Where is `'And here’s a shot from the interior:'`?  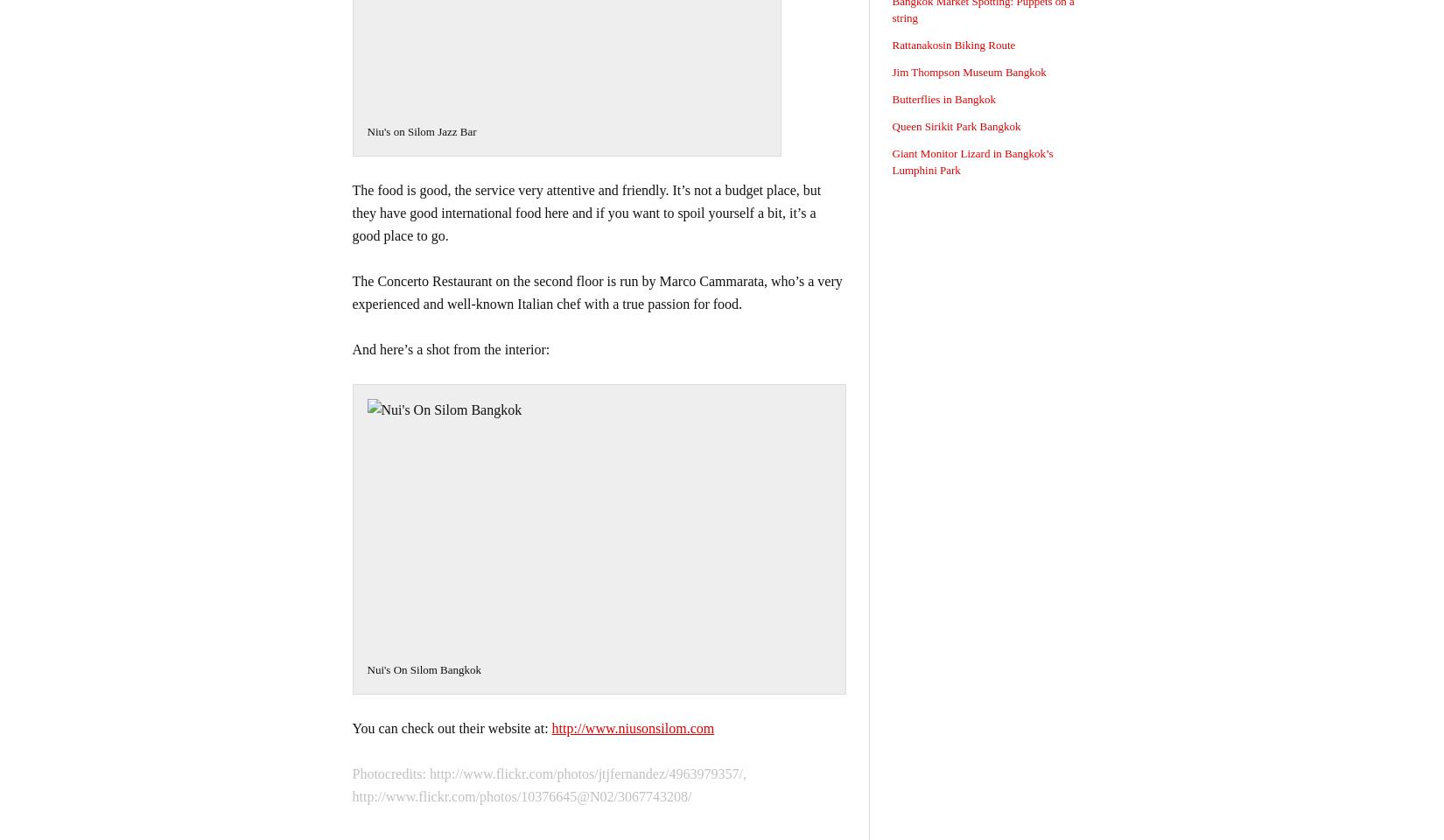 'And here’s a shot from the interior:' is located at coordinates (449, 348).